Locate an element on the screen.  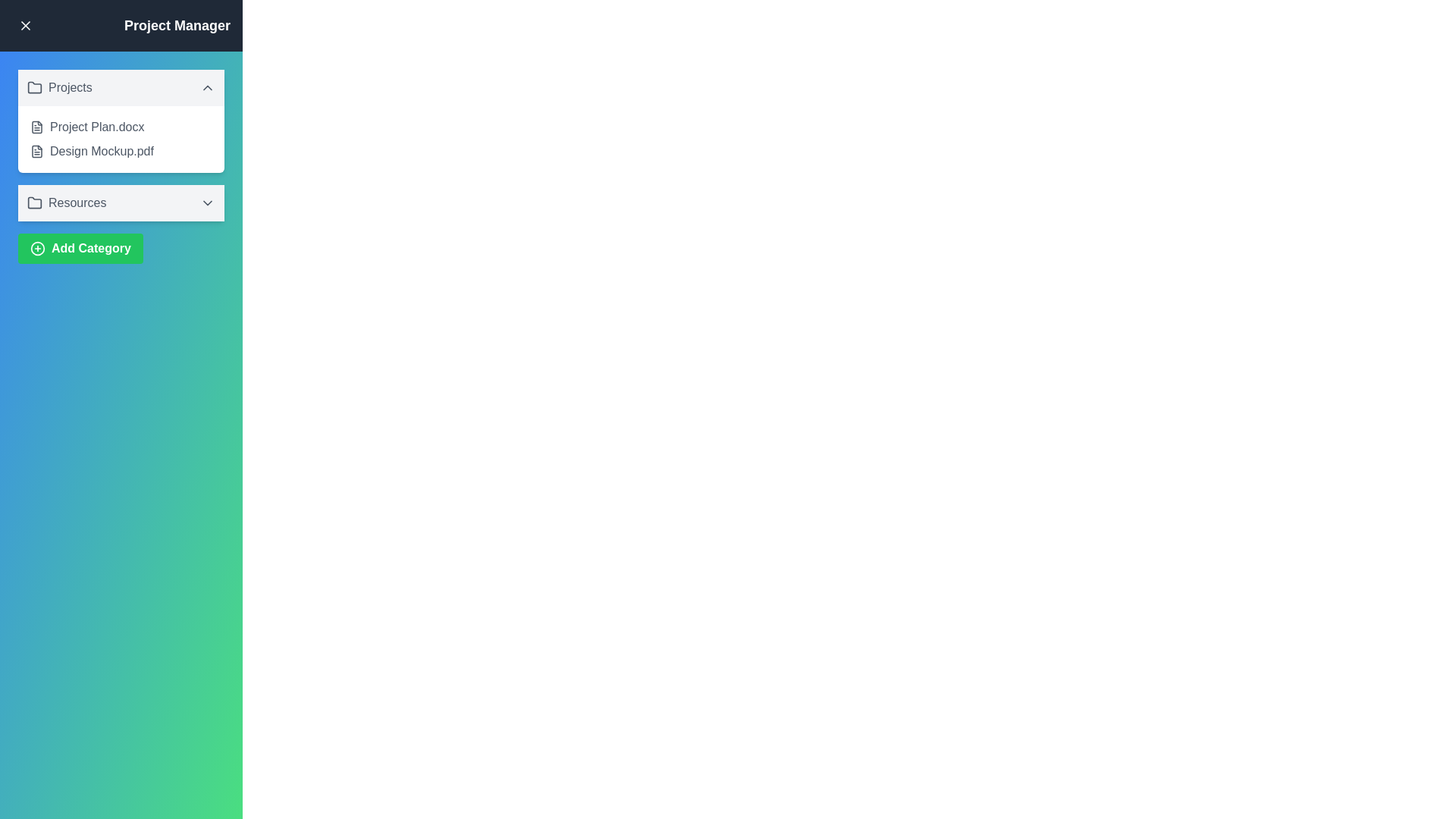
the text label displaying the file name 'Project Plan.docx' is located at coordinates (96, 127).